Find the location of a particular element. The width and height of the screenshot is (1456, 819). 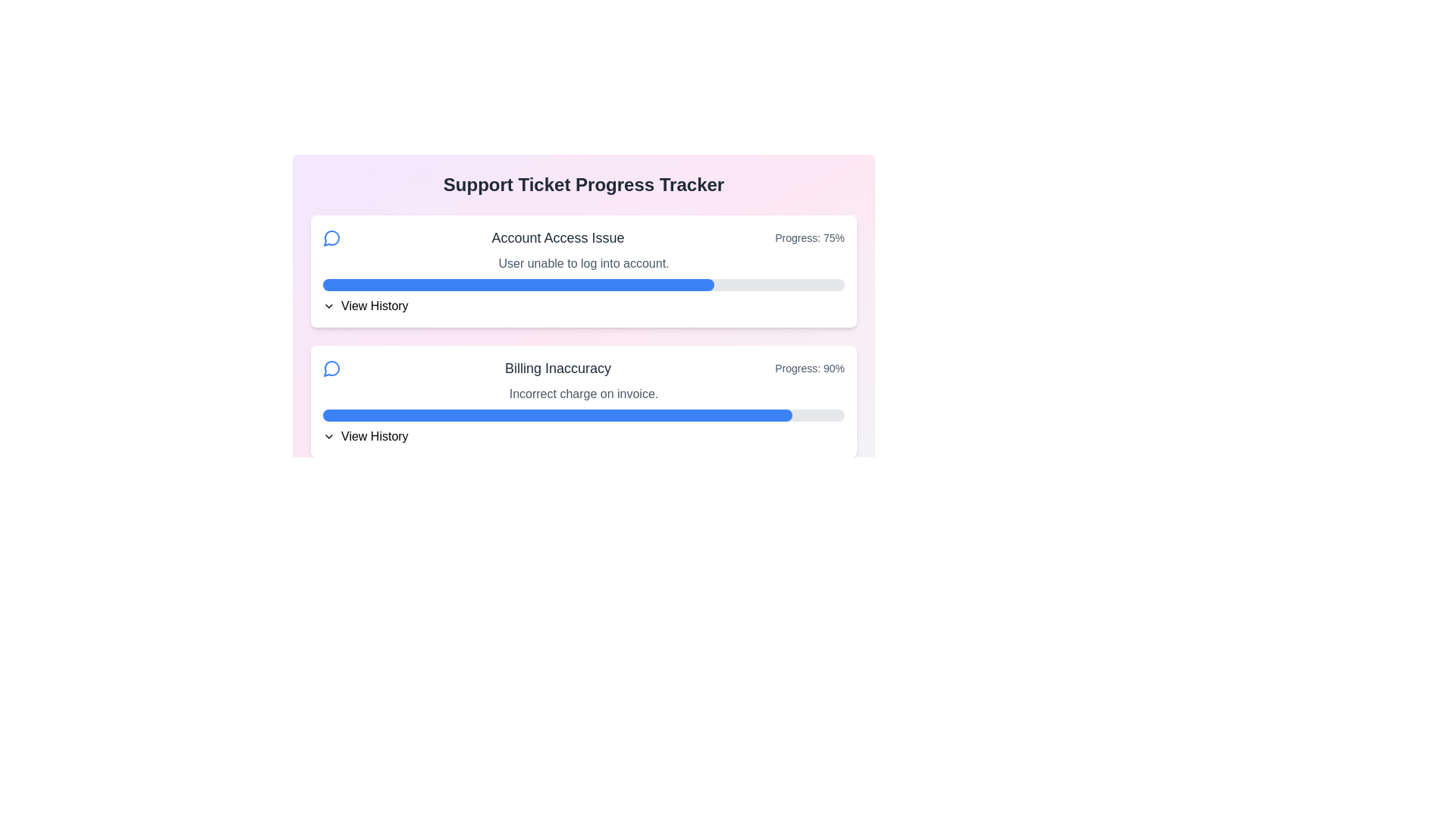

the 'Account Access Issue' text and icon section element, which displays a title on the left, a speech bubble icon, and a progress percentage on the right is located at coordinates (582, 237).